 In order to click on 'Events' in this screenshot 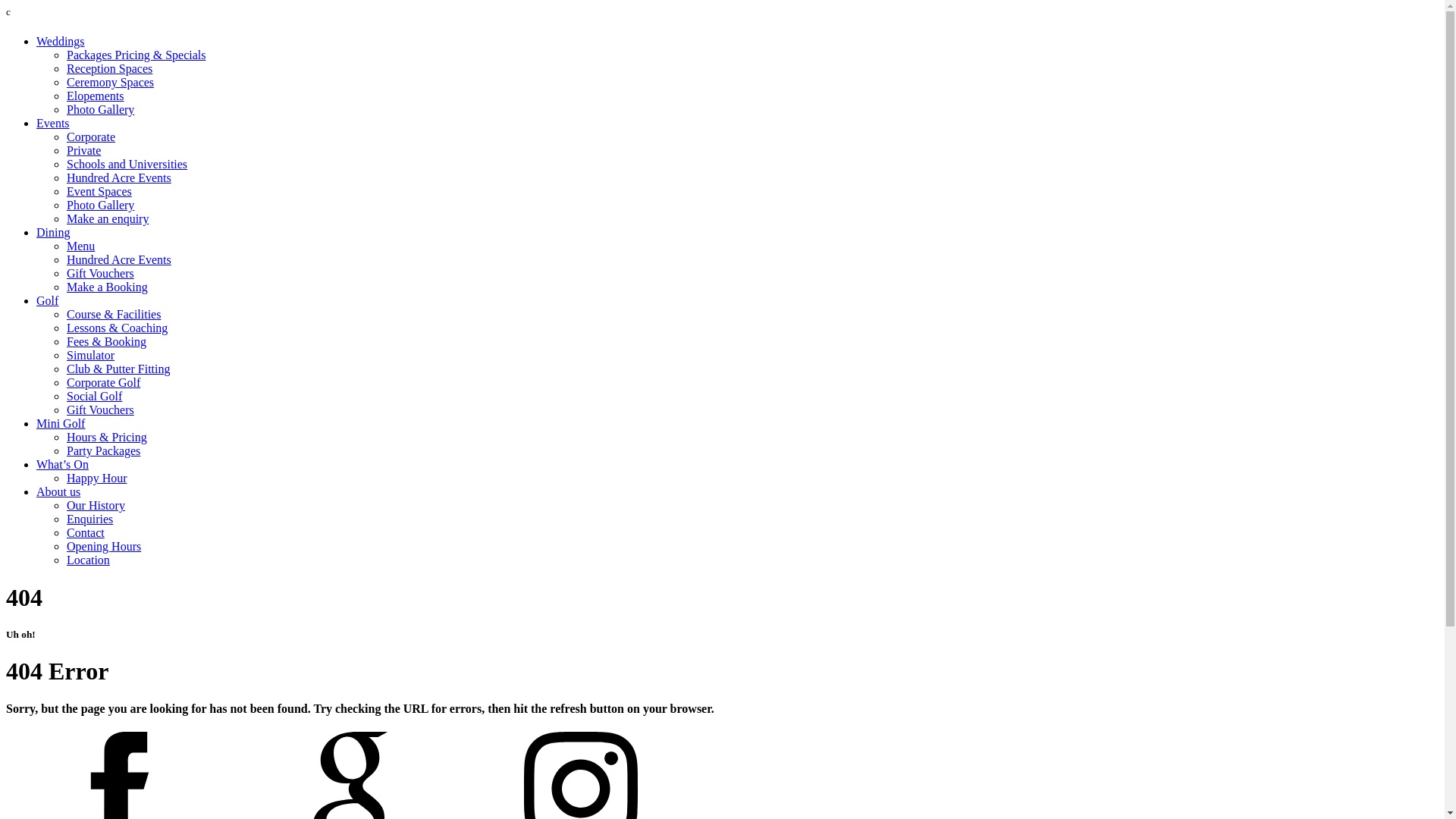, I will do `click(36, 122)`.